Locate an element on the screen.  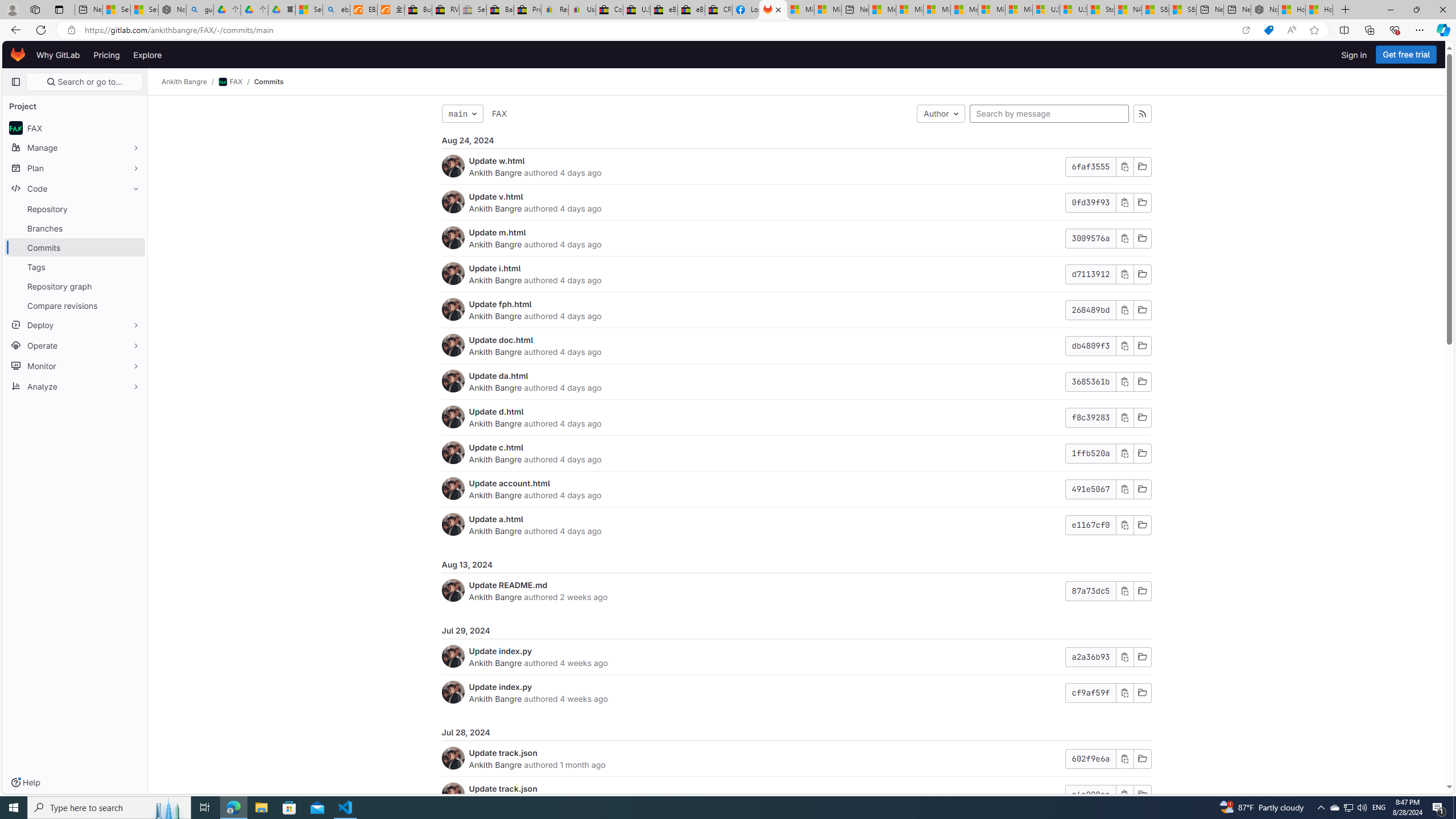
'Update fph.html' is located at coordinates (500, 303).